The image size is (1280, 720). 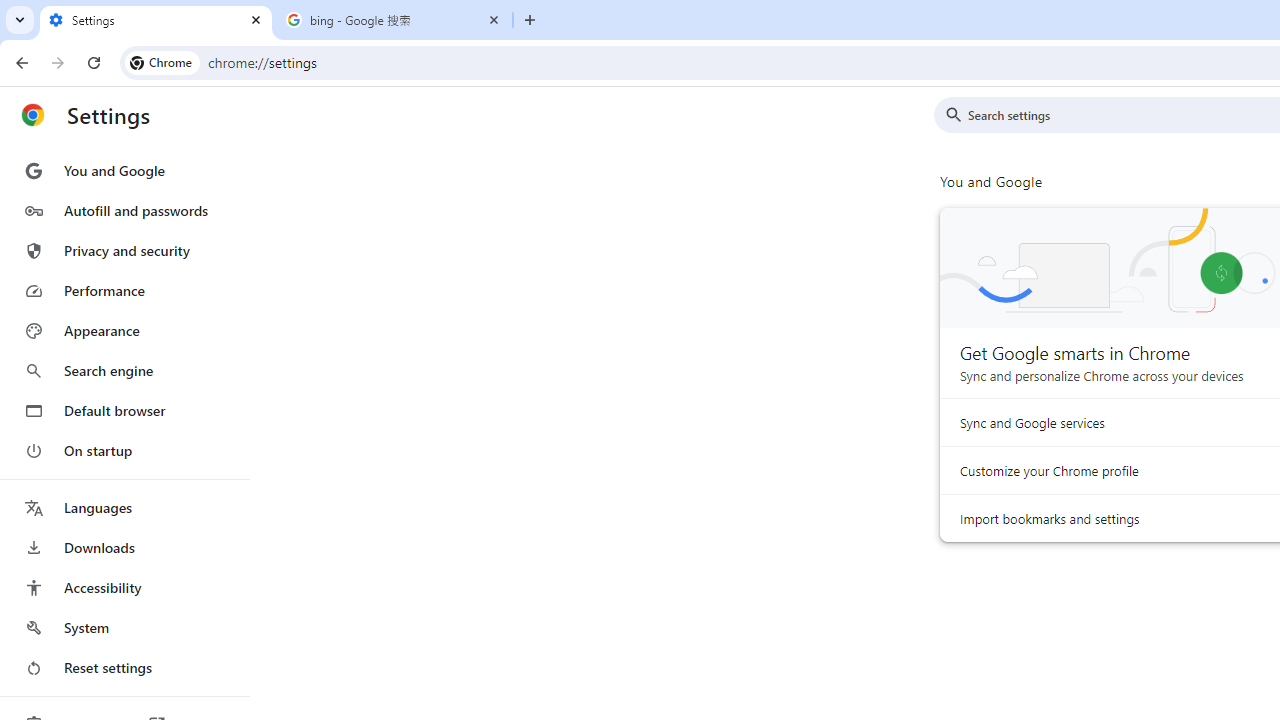 What do you see at coordinates (155, 20) in the screenshot?
I see `'Settings'` at bounding box center [155, 20].